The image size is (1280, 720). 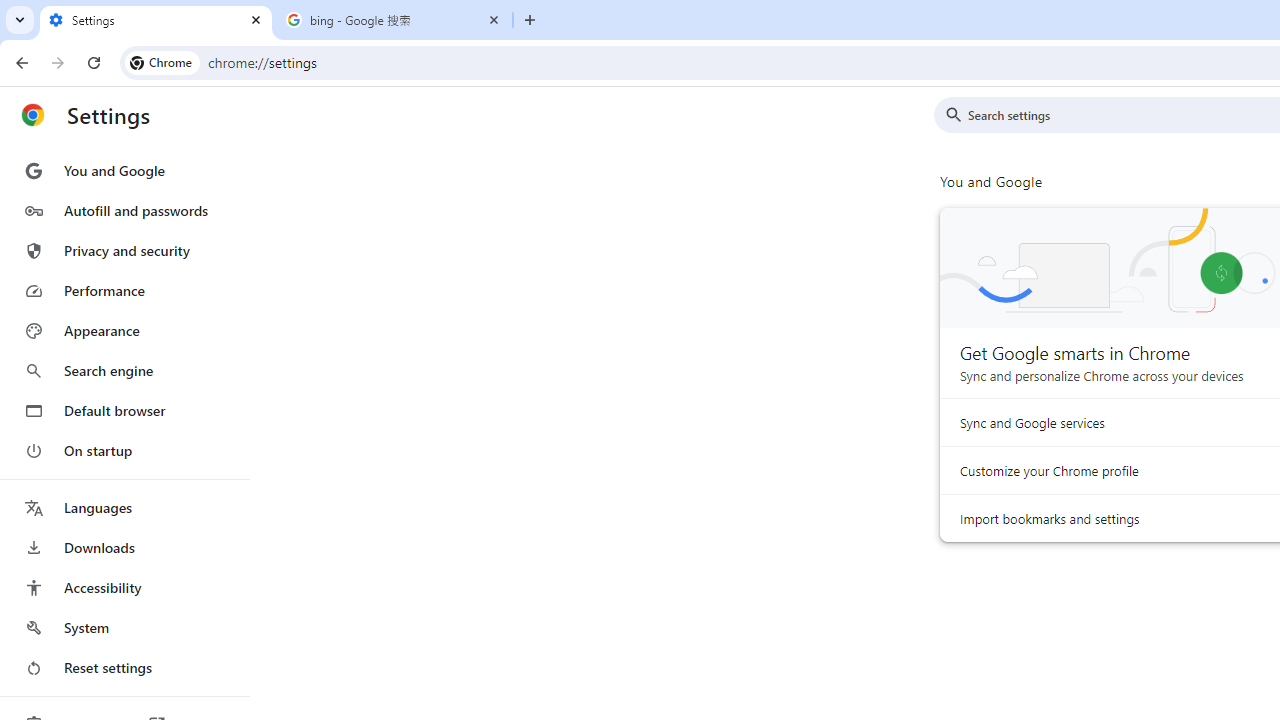 What do you see at coordinates (155, 20) in the screenshot?
I see `'Settings'` at bounding box center [155, 20].